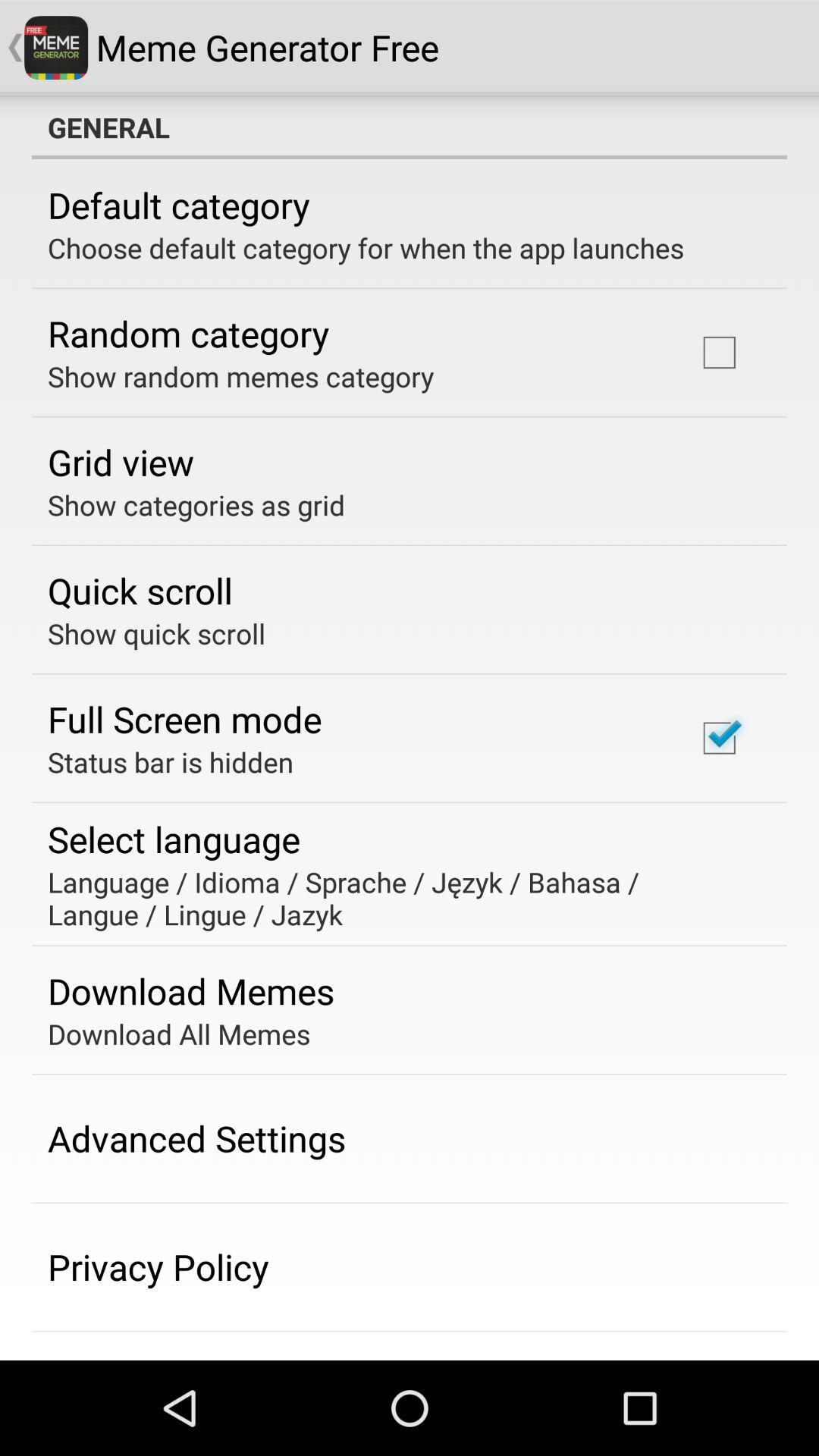 This screenshot has height=1456, width=819. I want to click on item below advanced settings item, so click(158, 1266).